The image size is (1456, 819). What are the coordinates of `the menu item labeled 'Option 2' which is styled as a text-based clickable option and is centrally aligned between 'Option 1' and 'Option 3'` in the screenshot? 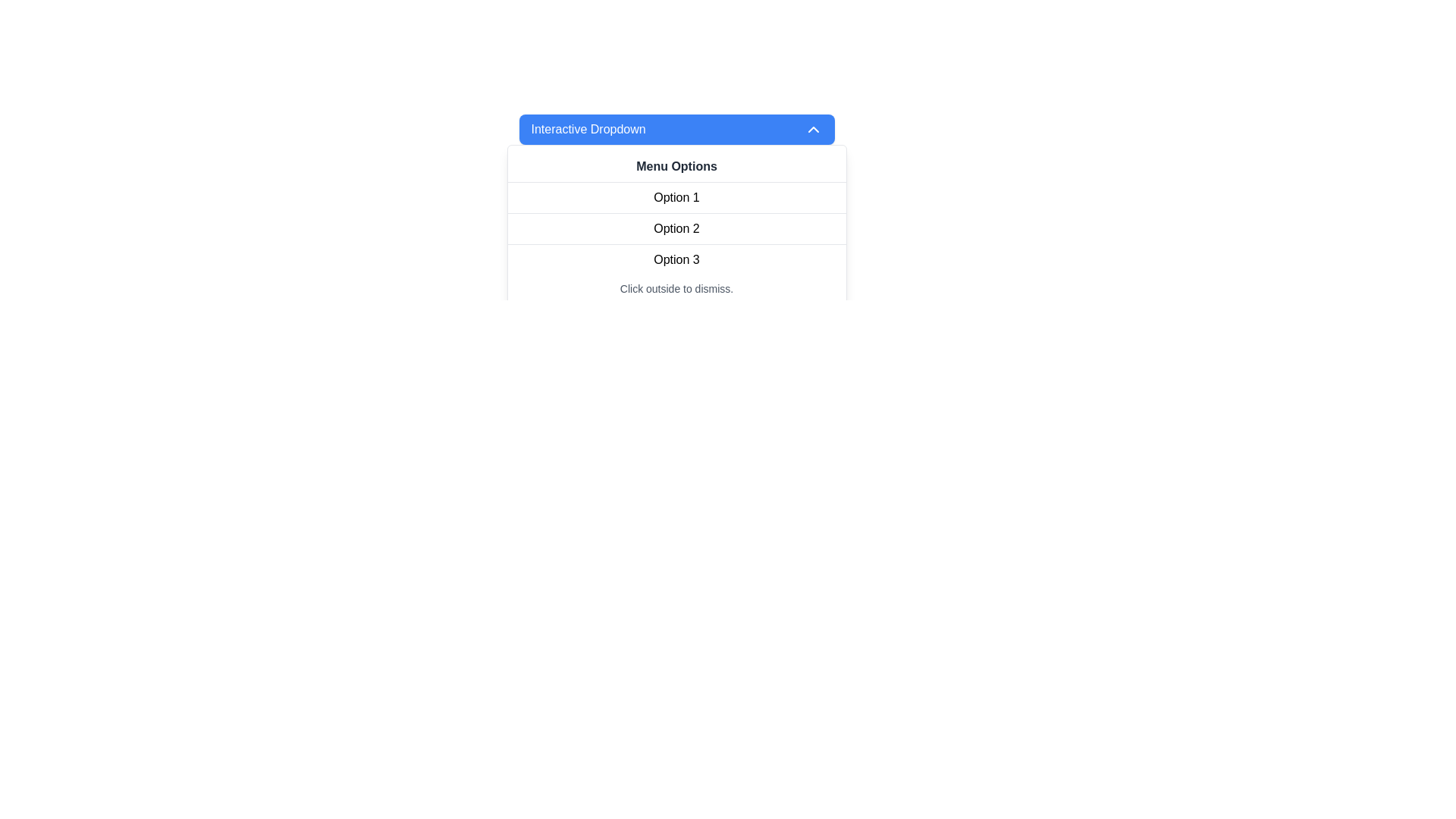 It's located at (676, 228).